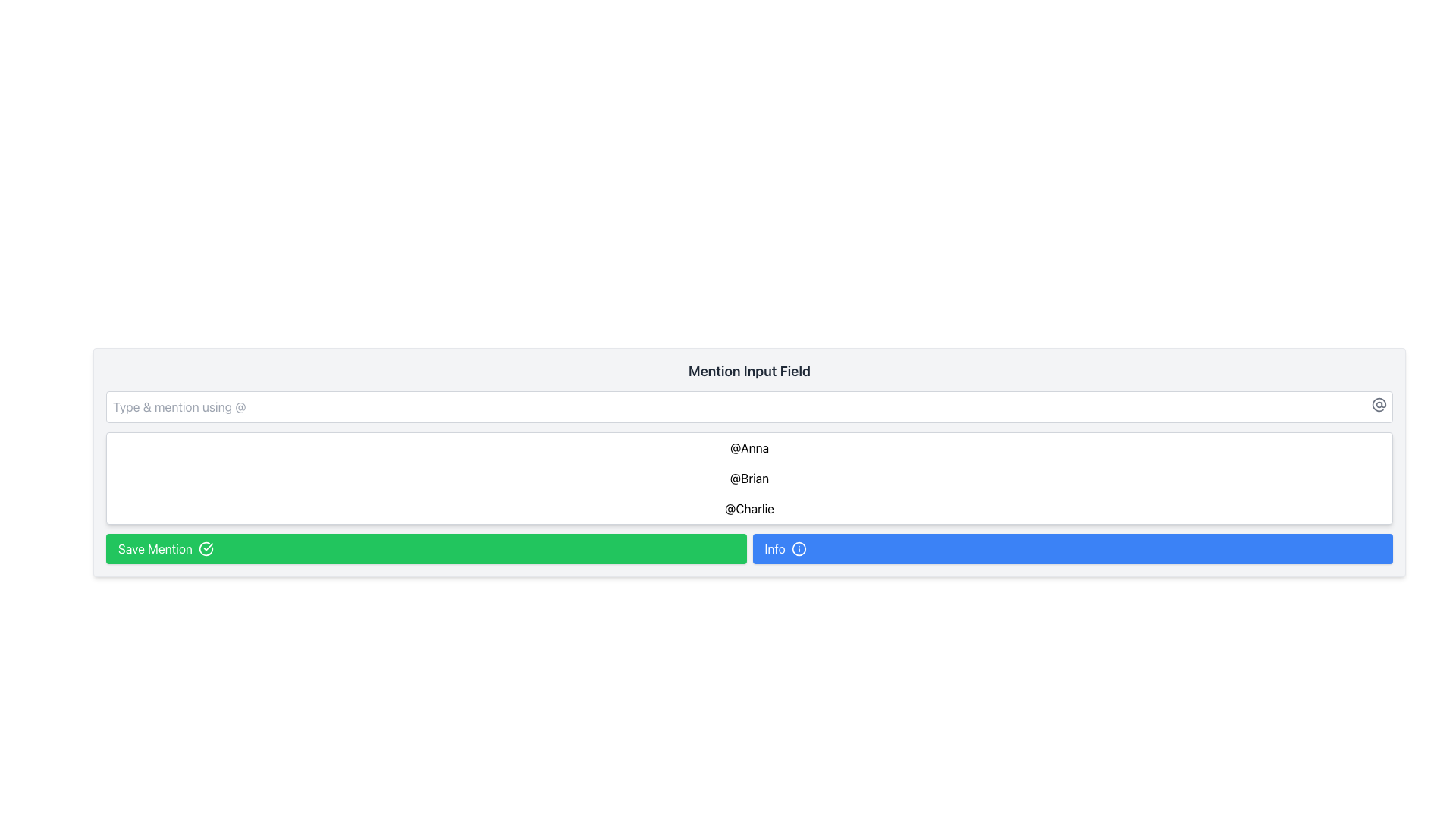  What do you see at coordinates (749, 479) in the screenshot?
I see `the selectable text element with hover styling that is positioned between '@Anna' above and '@Charlie' below` at bounding box center [749, 479].